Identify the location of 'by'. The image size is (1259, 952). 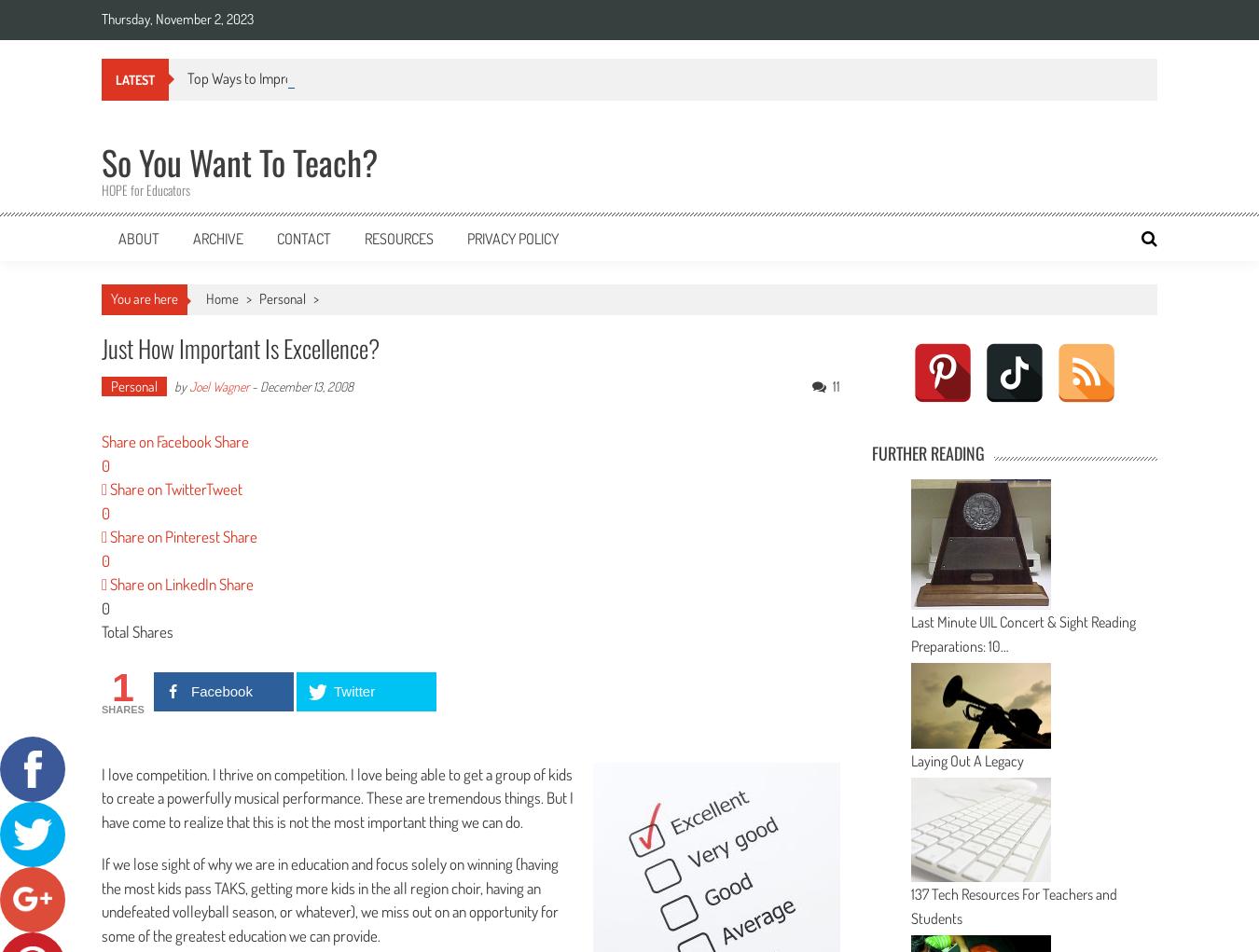
(180, 384).